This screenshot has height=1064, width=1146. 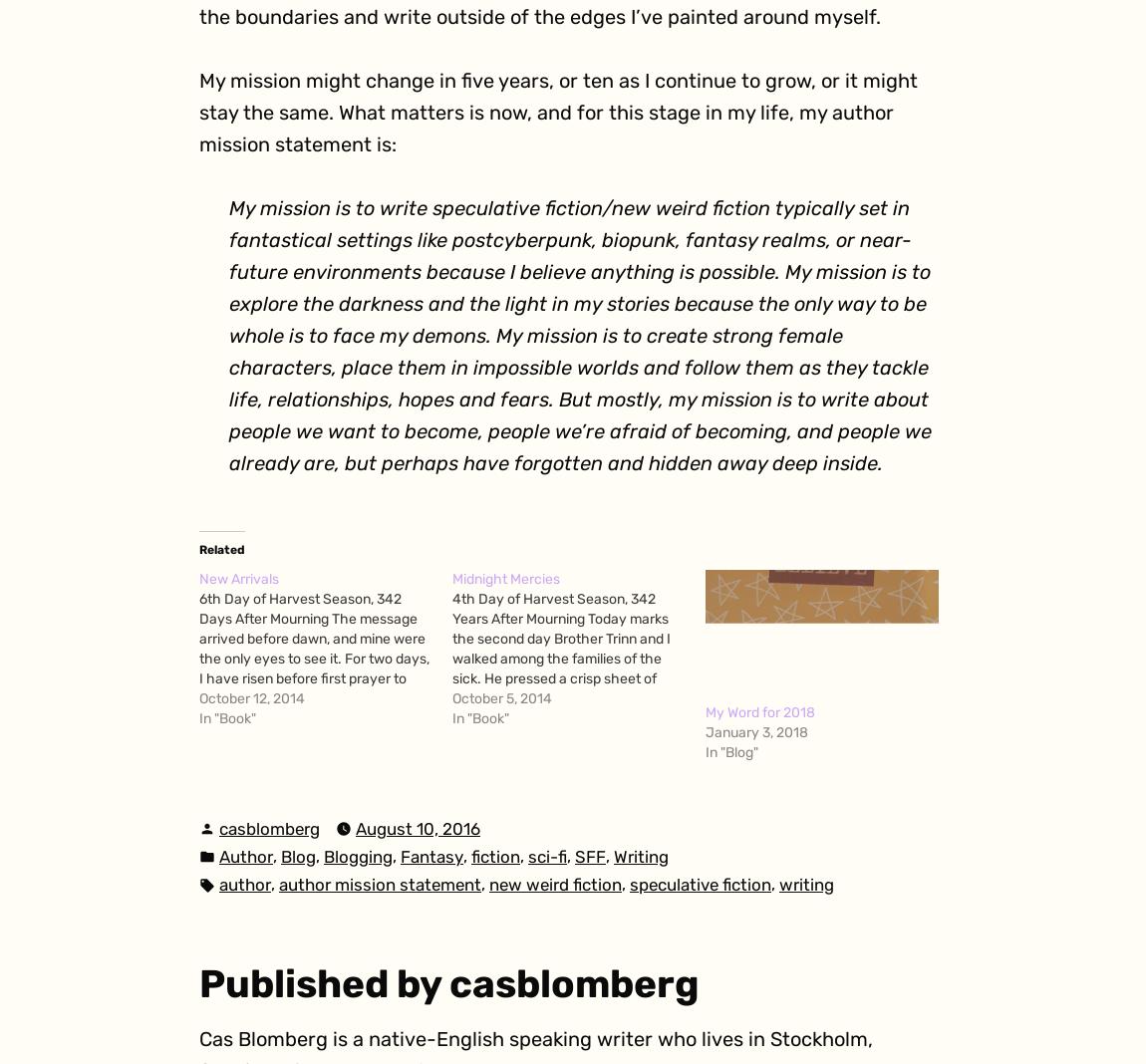 I want to click on 'August 10, 2016', so click(x=418, y=827).